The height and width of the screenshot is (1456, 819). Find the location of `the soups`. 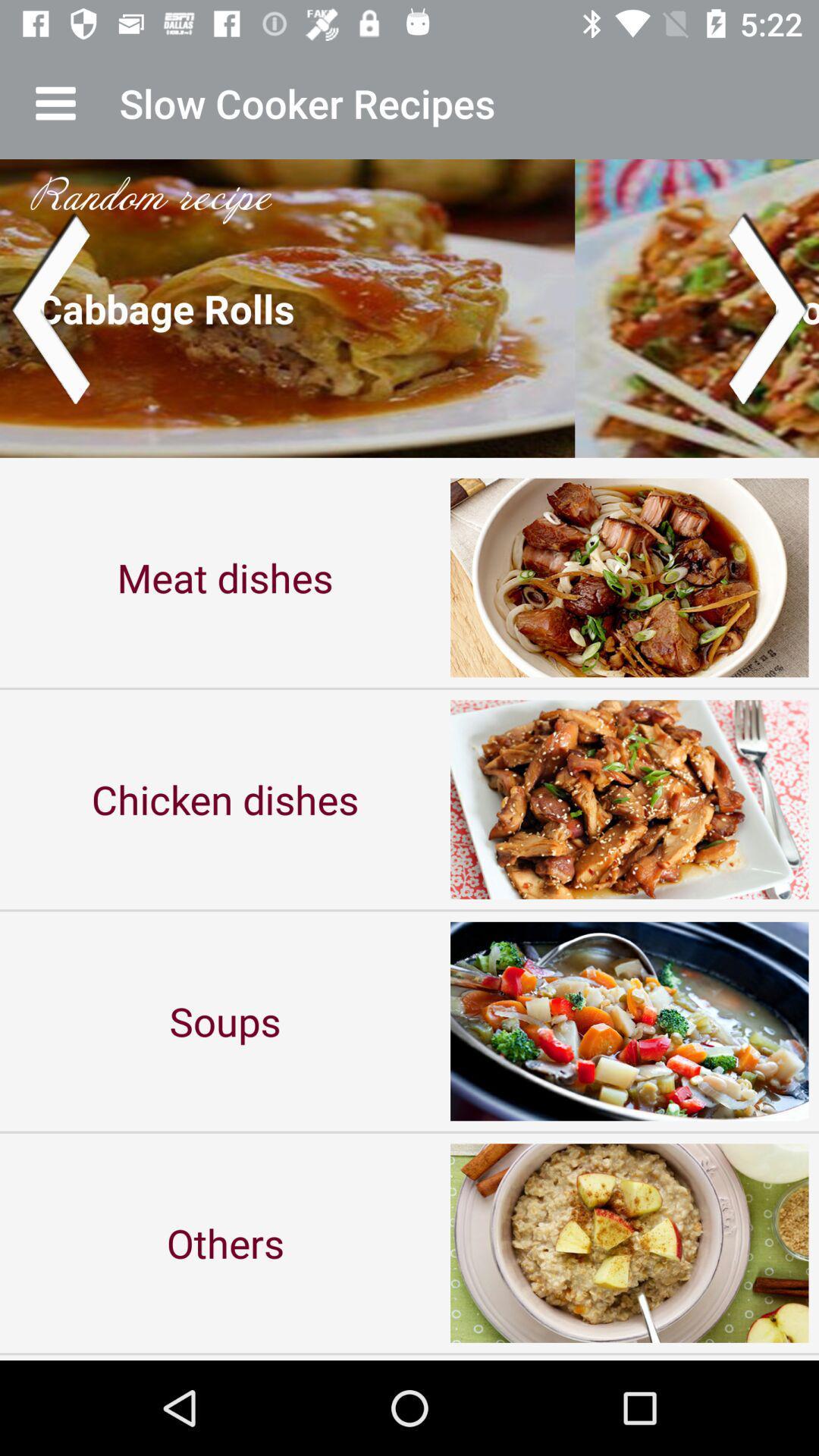

the soups is located at coordinates (225, 1021).